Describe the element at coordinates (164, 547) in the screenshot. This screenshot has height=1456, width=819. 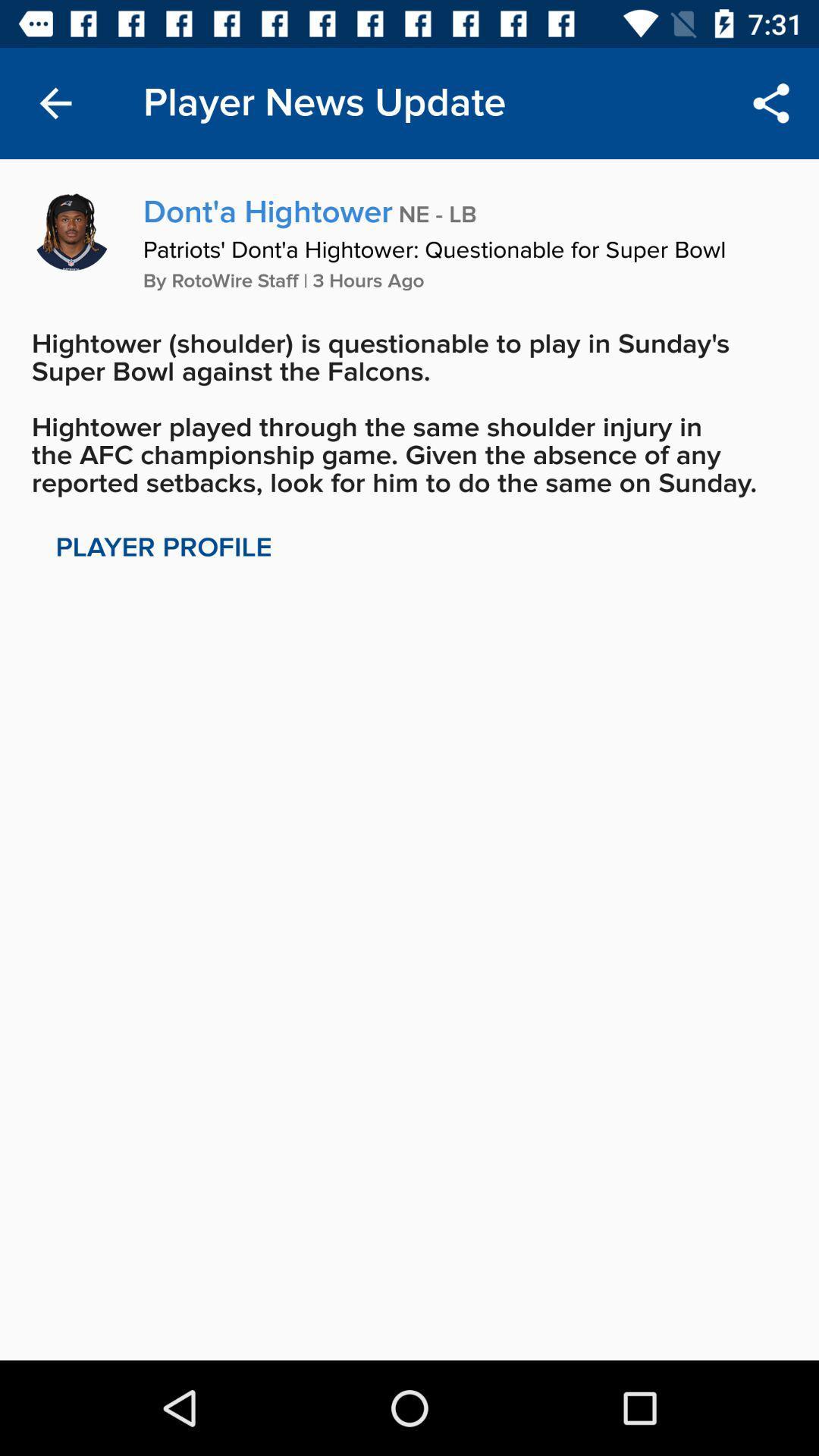
I see `the player profile icon` at that location.